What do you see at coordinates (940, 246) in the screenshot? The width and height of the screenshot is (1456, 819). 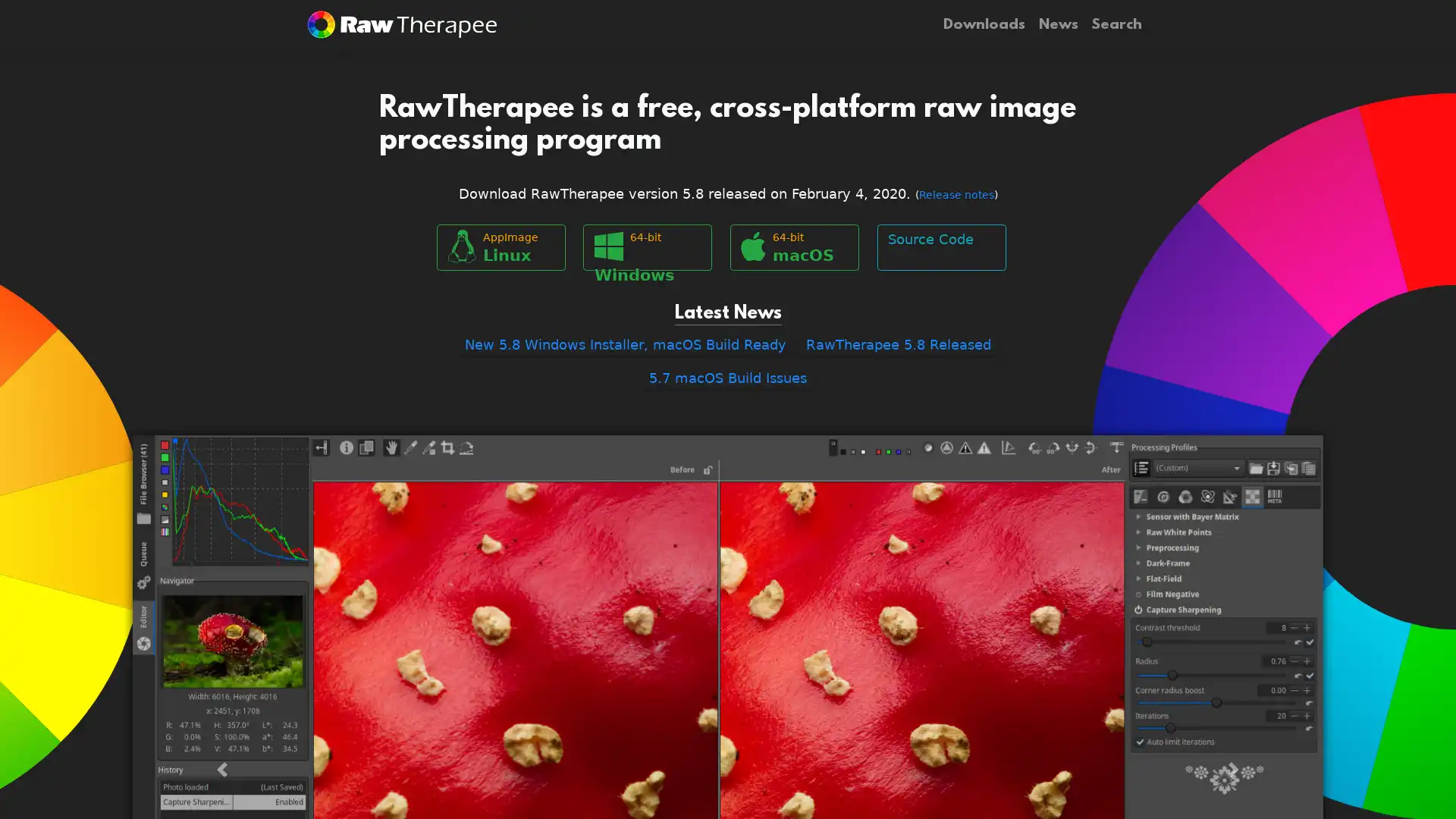 I see `Source Code` at bounding box center [940, 246].